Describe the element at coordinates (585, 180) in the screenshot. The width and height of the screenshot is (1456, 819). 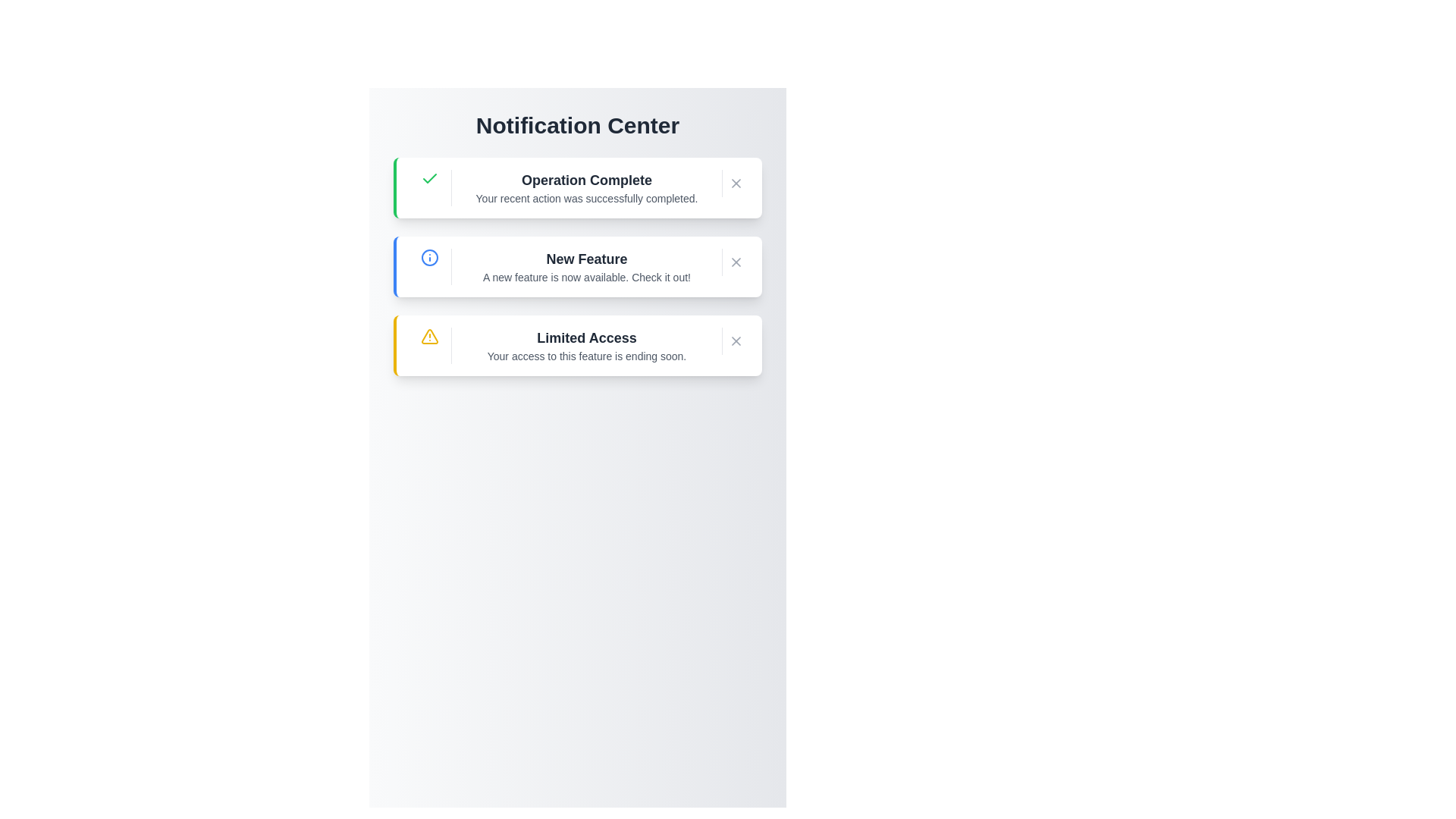
I see `the 'Operation Complete' text label, which is styled in bold and large font, indicating a successful operation in the Notification Center` at that location.